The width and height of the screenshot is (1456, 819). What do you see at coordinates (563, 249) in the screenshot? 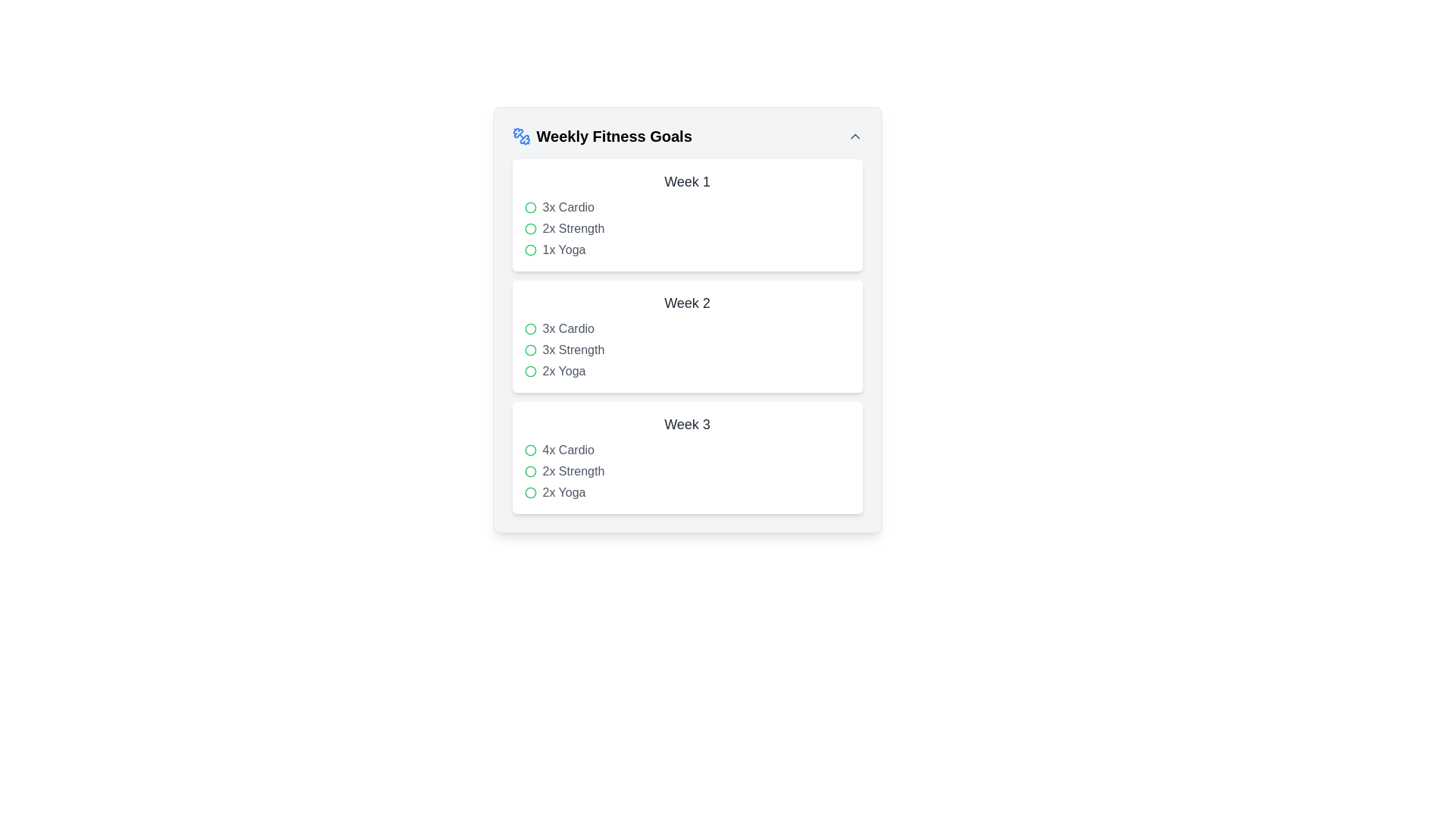
I see `the text label displaying the weekly goal for 'Yoga' with 1 session planned, located under 'Week 1' as the third list item in the first card of weekly goals` at bounding box center [563, 249].